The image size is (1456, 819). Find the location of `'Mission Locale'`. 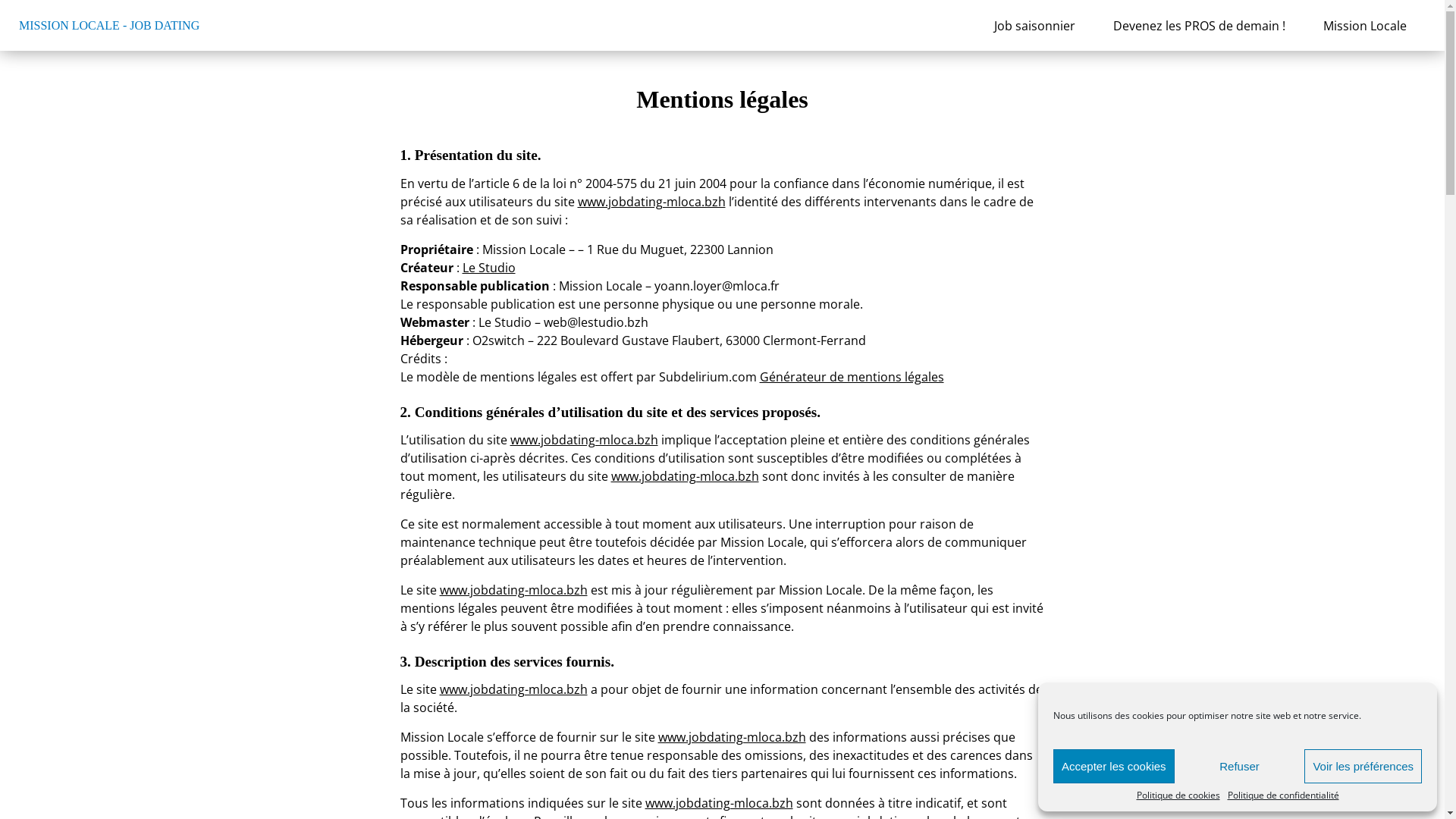

'Mission Locale' is located at coordinates (1365, 25).